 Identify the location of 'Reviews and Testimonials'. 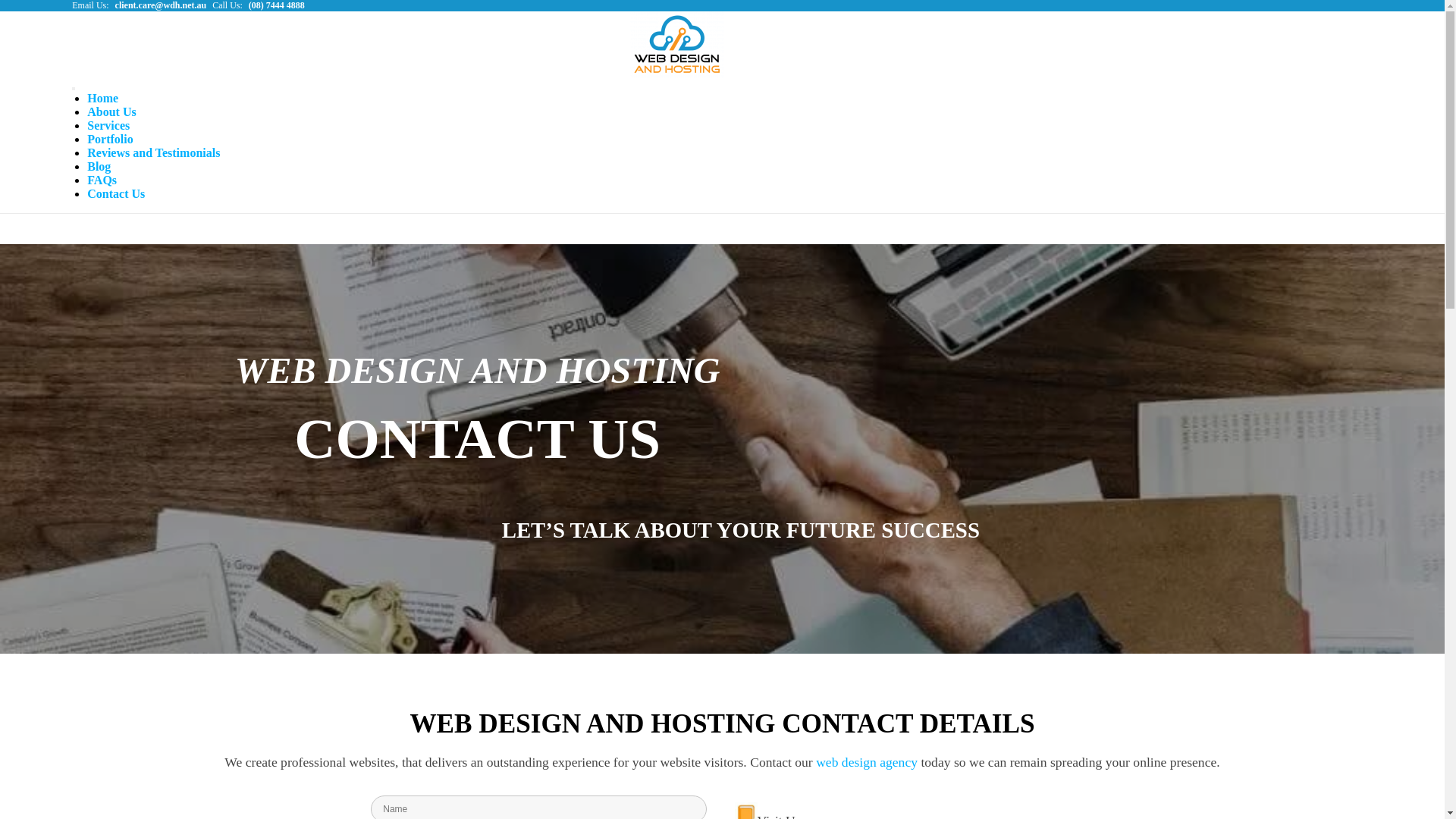
(153, 152).